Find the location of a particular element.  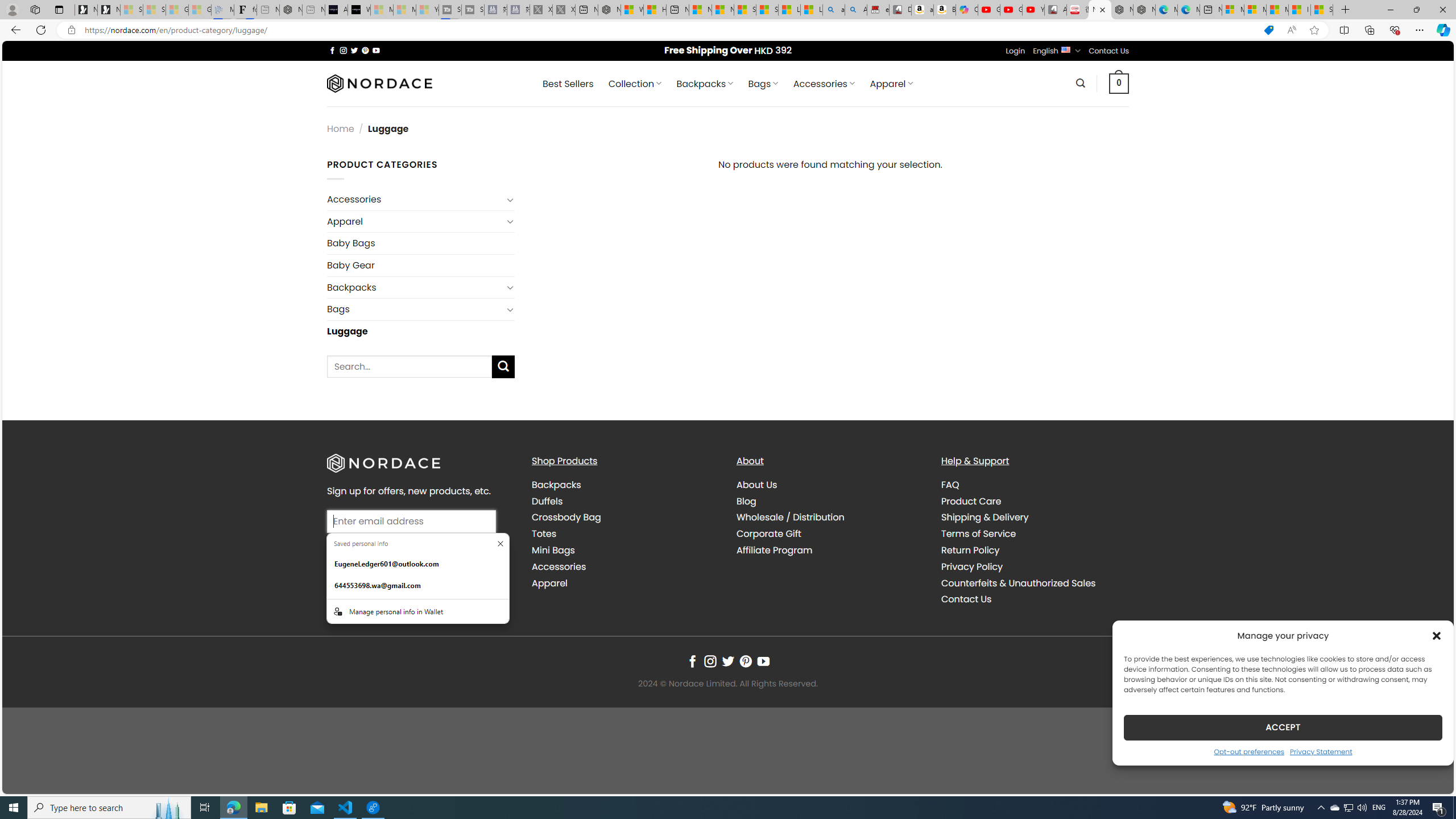

'What' is located at coordinates (359, 9).